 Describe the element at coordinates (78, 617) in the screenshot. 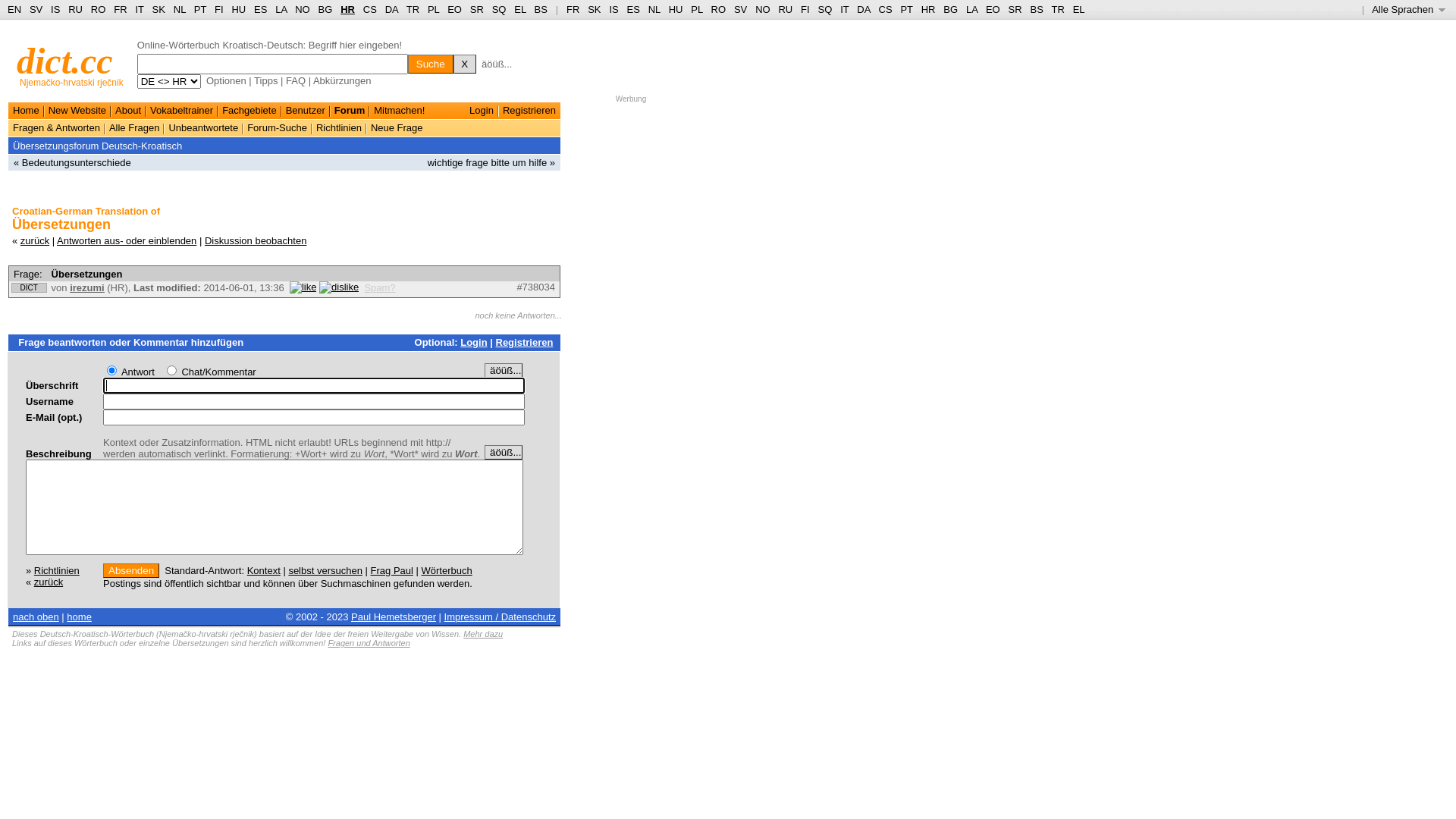

I see `'home'` at that location.